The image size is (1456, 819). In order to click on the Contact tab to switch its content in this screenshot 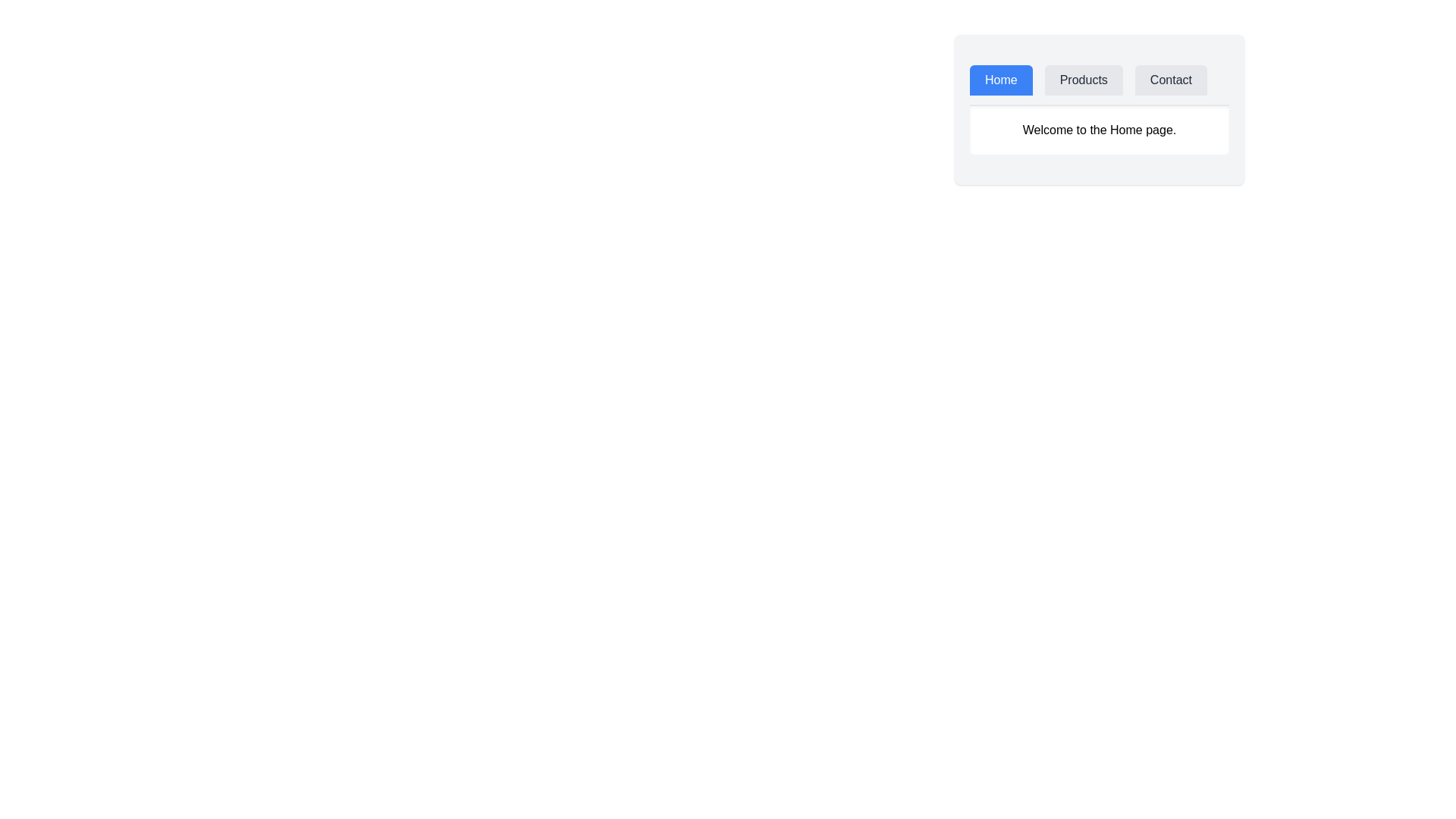, I will do `click(1170, 80)`.